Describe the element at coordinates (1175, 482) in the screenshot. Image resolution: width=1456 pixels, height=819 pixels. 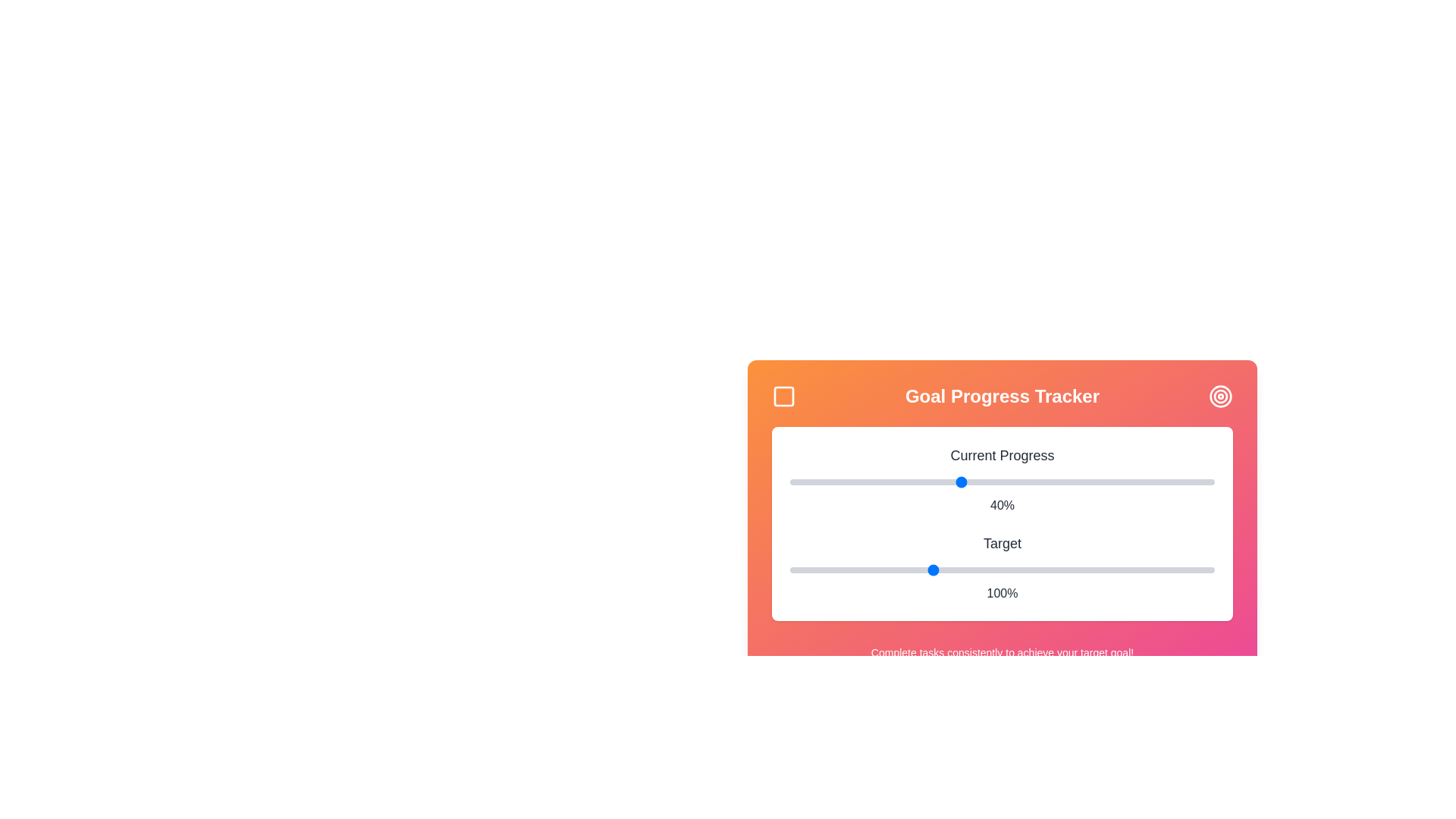
I see `the 'Current Progress' slider to 91%` at that location.